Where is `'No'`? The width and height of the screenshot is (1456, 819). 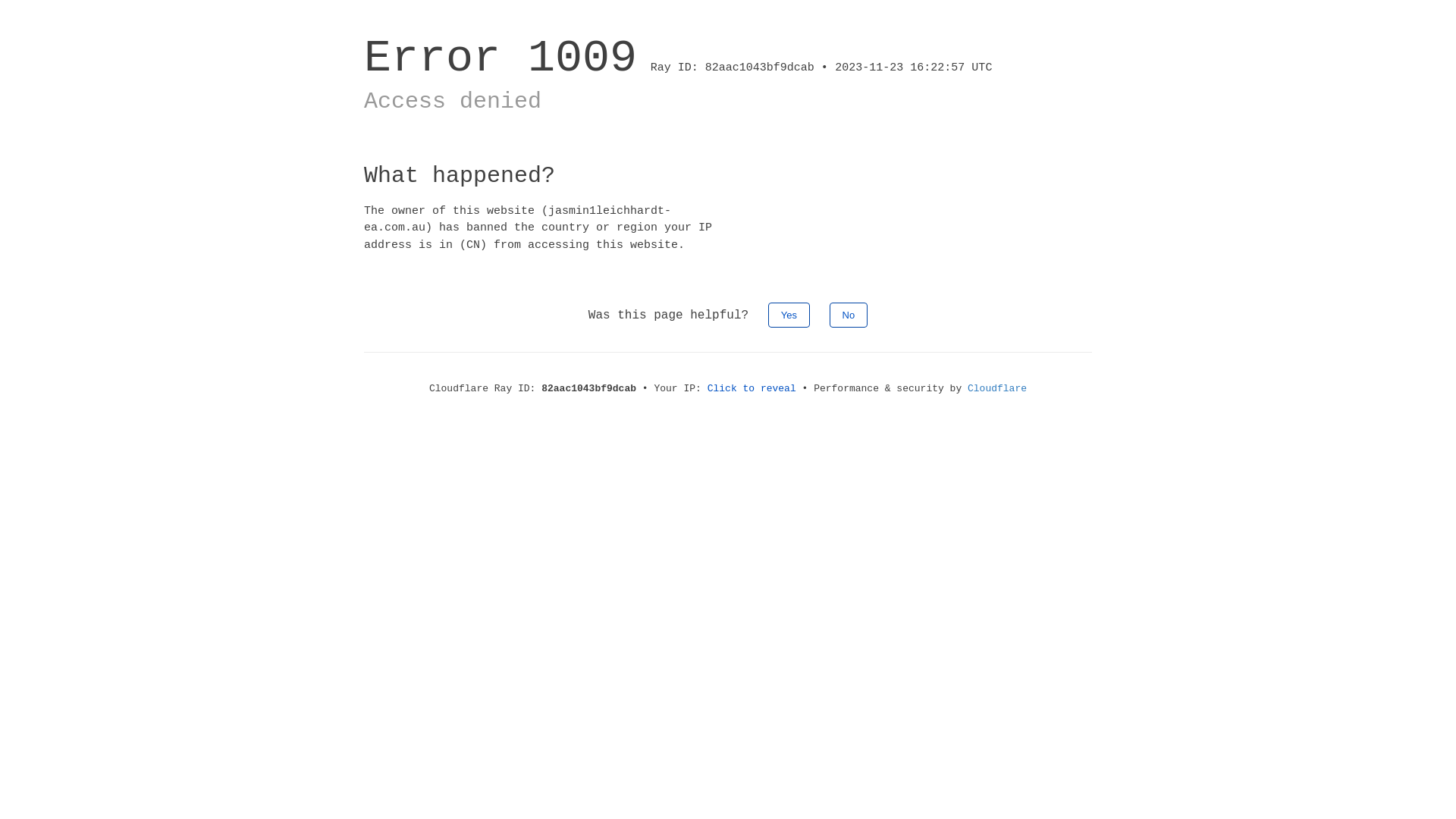
'No' is located at coordinates (848, 314).